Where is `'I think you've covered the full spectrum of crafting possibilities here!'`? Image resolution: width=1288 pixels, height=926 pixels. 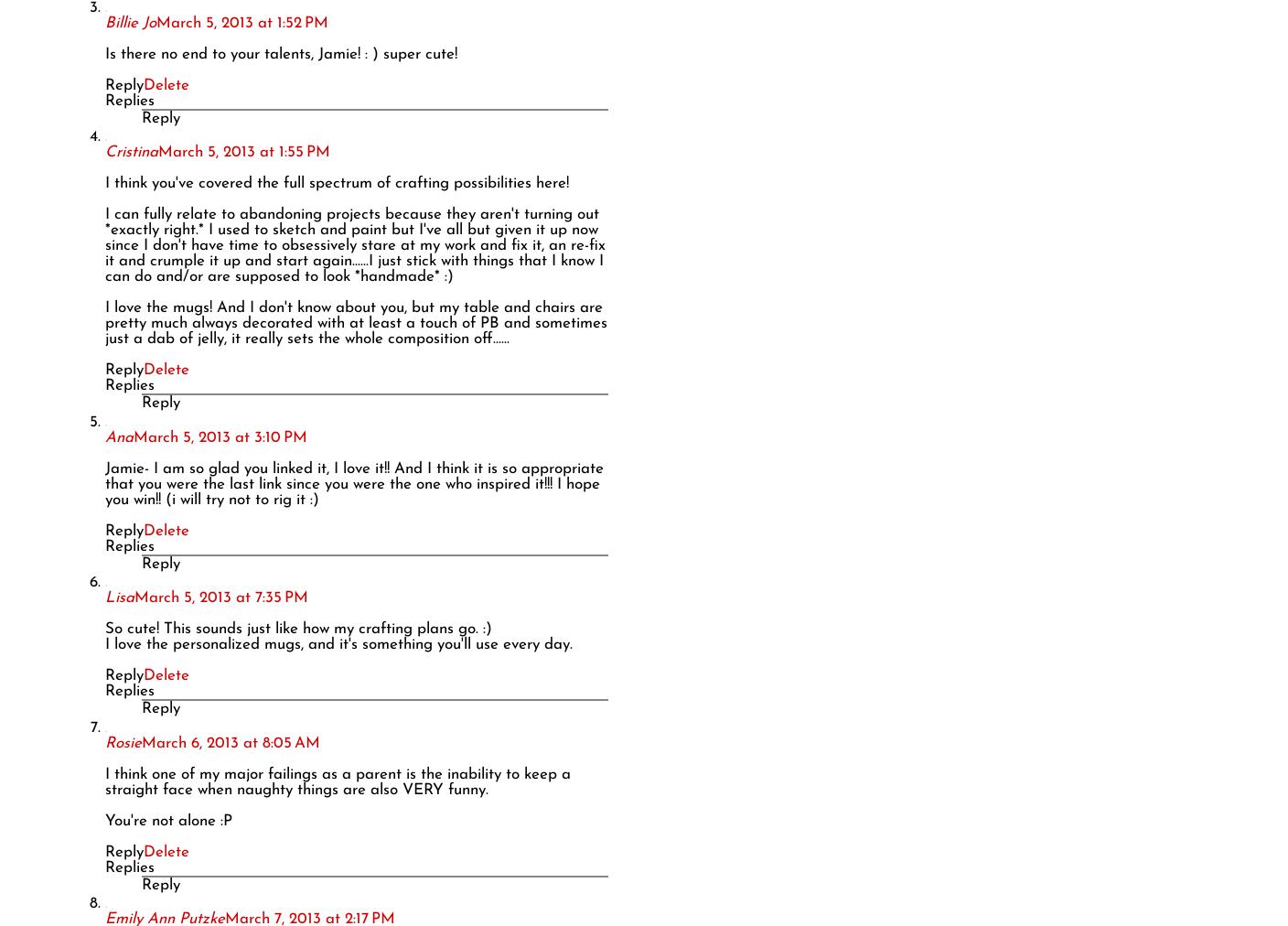
'I think you've covered the full spectrum of crafting possibilities here!' is located at coordinates (336, 183).